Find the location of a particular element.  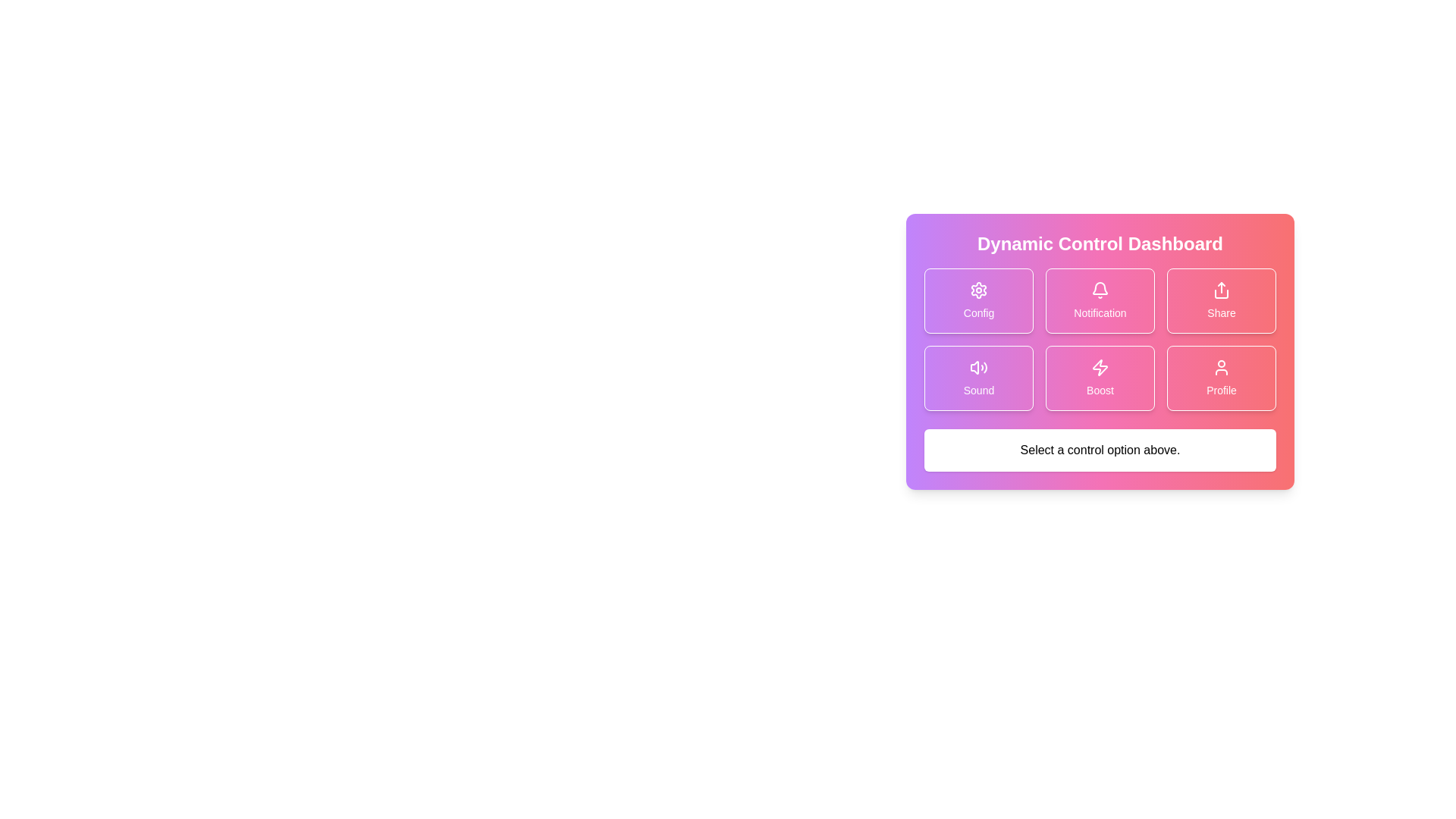

the white lightning bolt icon within the pink square that symbolizes the 'Boost' action, located in the second row and second column of the grid in the 'Dynamic Control Dashboard' is located at coordinates (1100, 368).